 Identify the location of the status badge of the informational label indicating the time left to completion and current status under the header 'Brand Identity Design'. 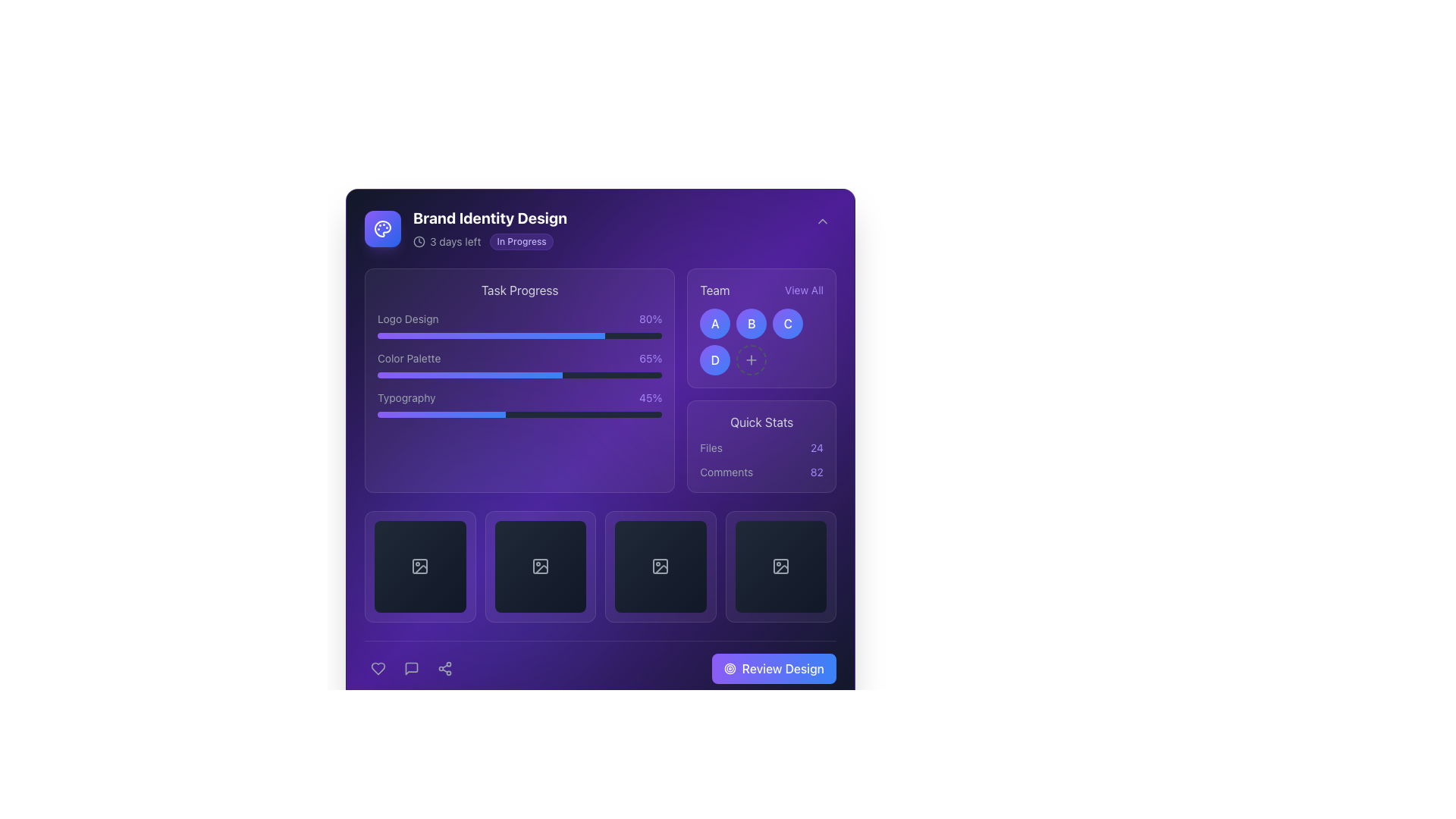
(490, 241).